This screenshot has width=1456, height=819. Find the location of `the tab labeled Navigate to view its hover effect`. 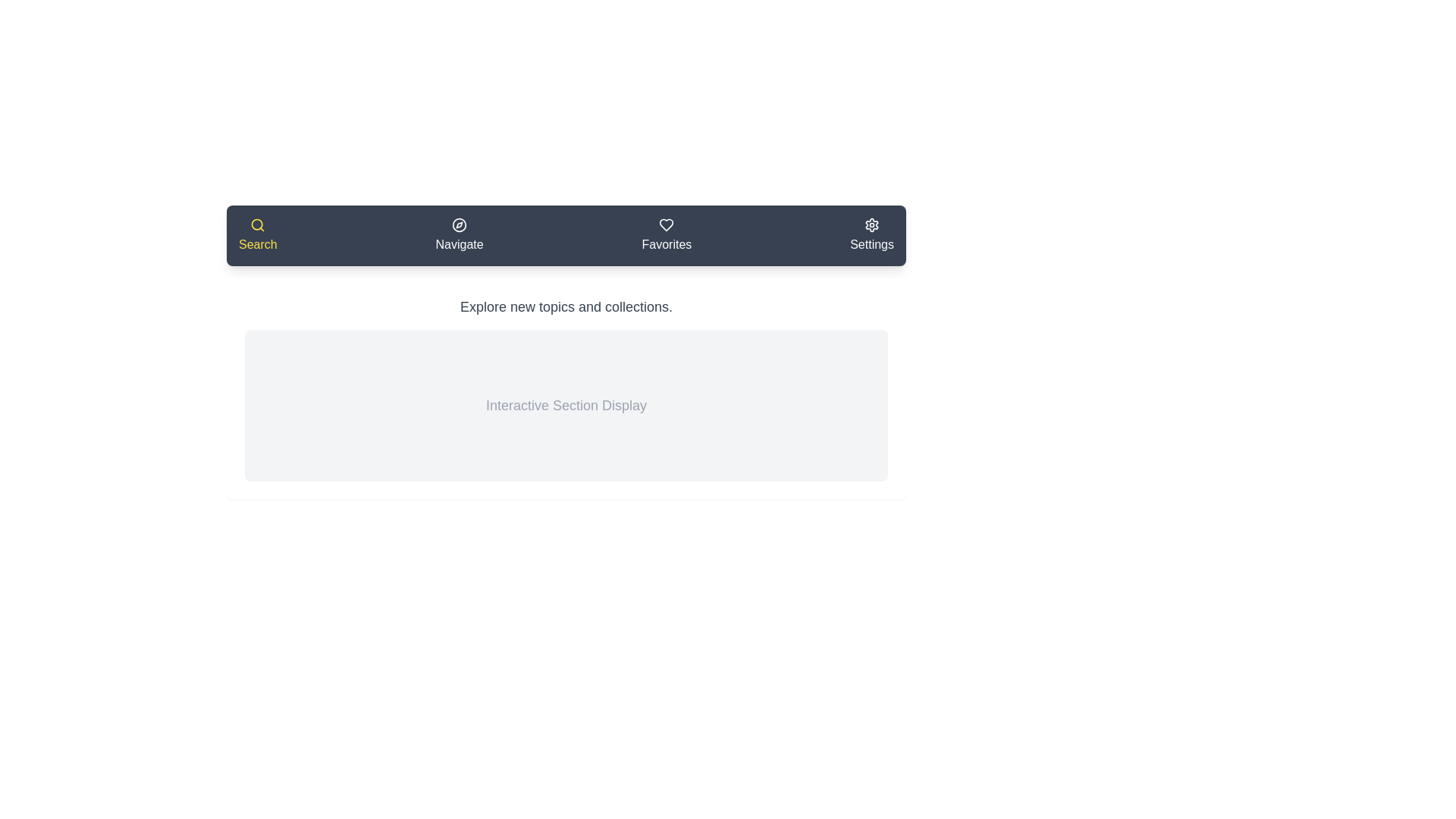

the tab labeled Navigate to view its hover effect is located at coordinates (458, 236).